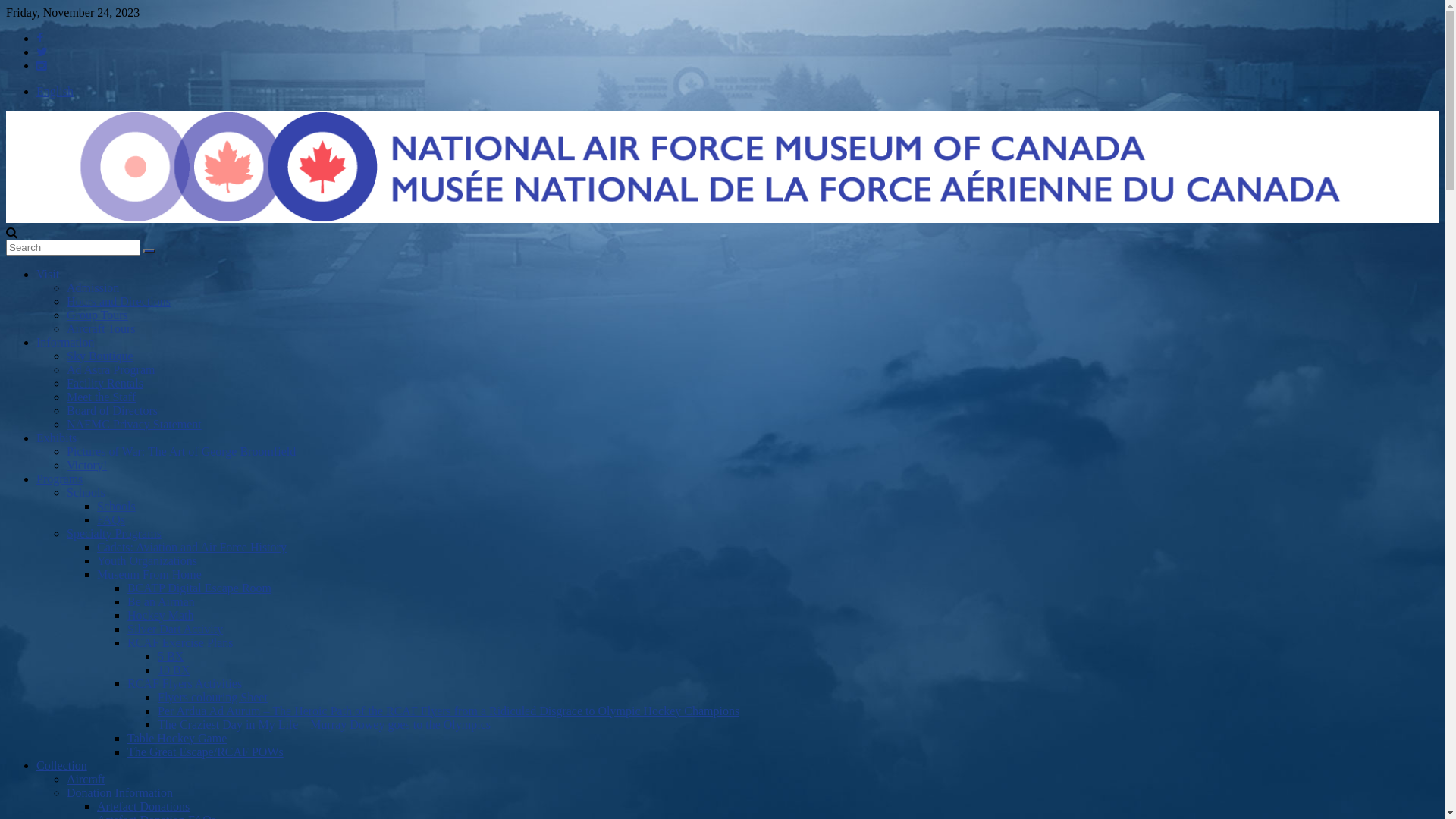 Image resolution: width=1456 pixels, height=819 pixels. What do you see at coordinates (99, 356) in the screenshot?
I see `'Sky Boutique'` at bounding box center [99, 356].